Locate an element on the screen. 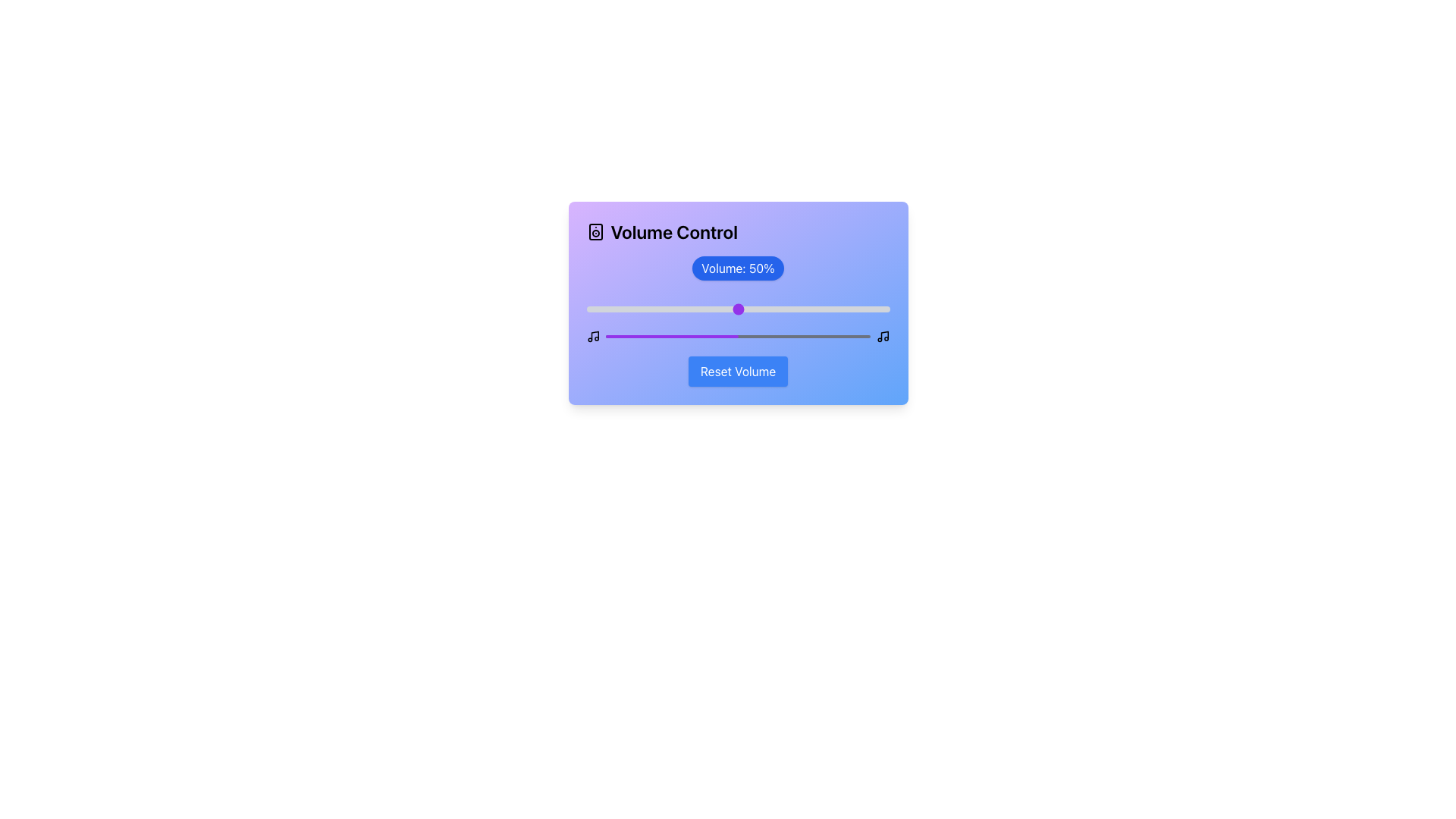  the volume is located at coordinates (684, 335).